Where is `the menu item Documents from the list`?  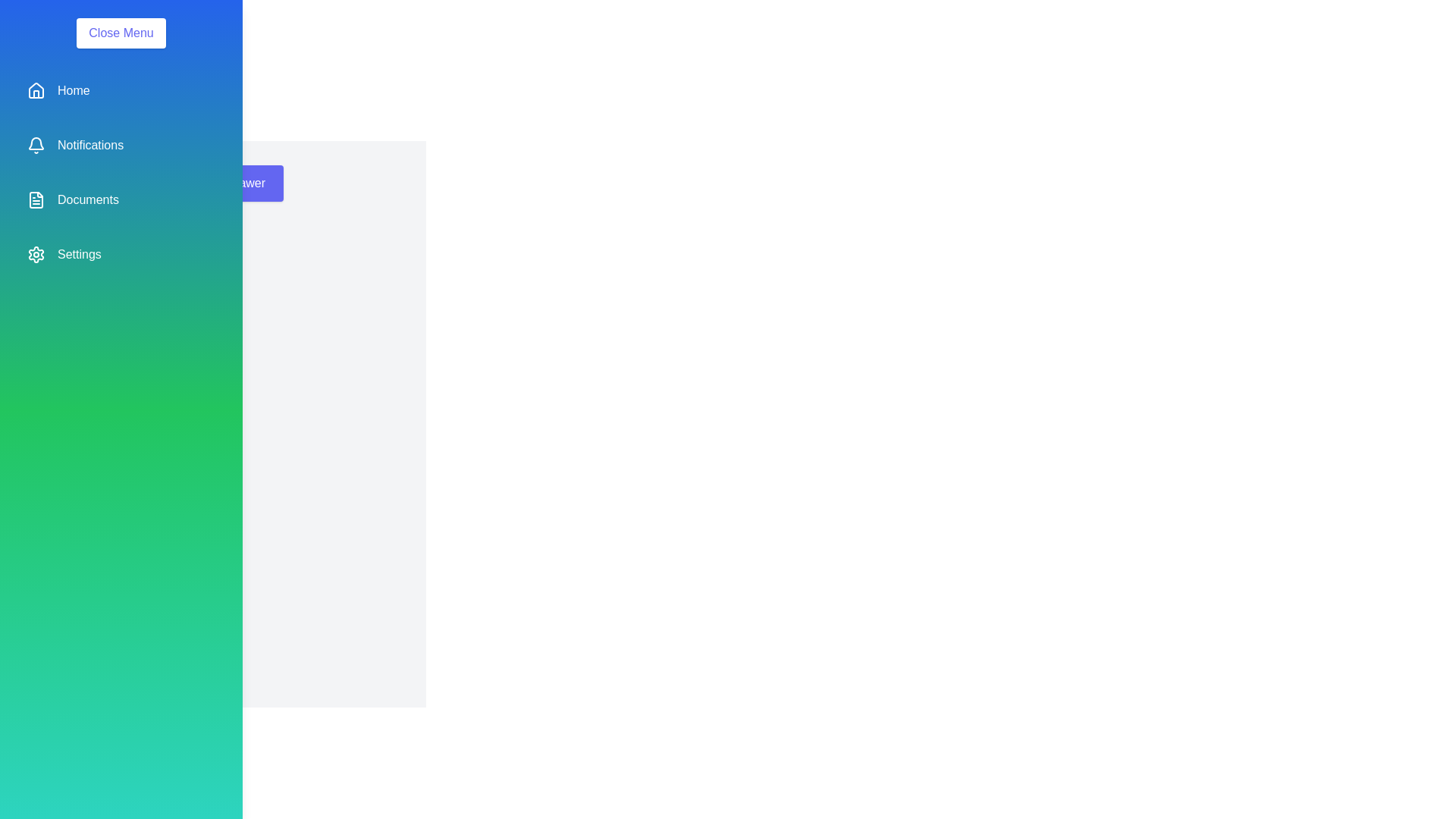 the menu item Documents from the list is located at coordinates (120, 199).